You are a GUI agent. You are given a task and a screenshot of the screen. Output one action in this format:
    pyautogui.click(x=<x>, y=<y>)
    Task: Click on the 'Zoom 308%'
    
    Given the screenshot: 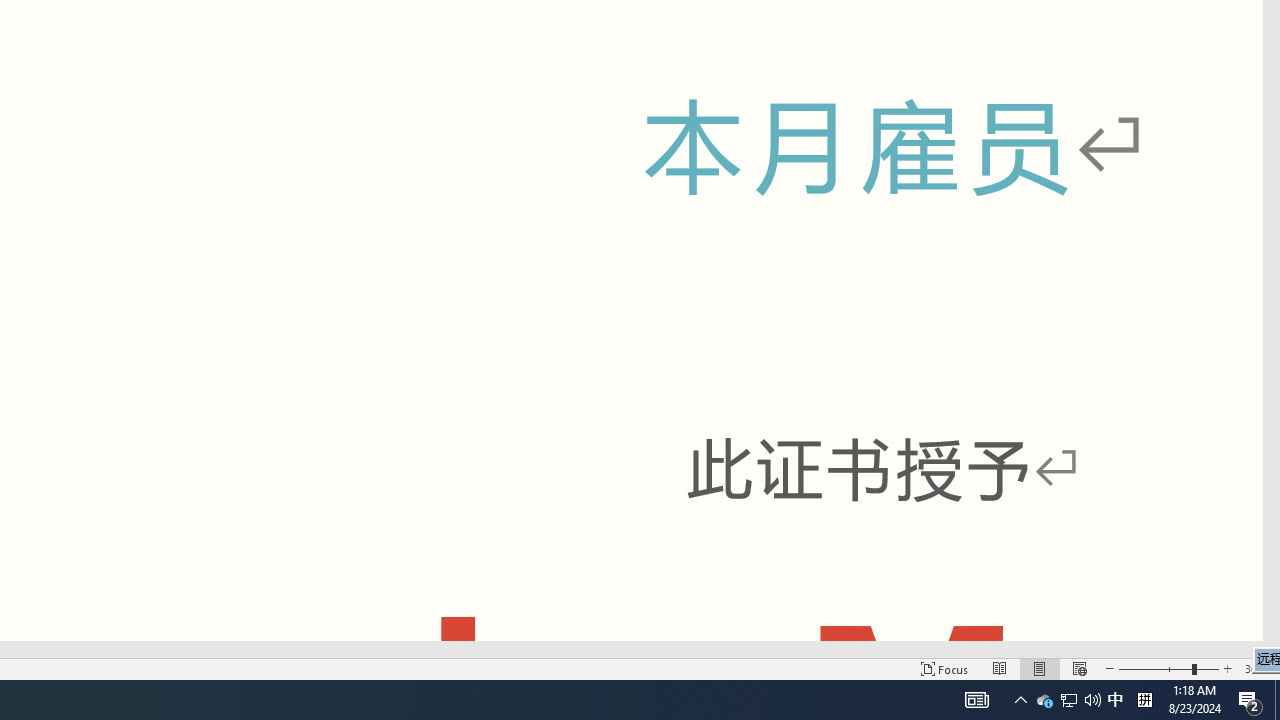 What is the action you would take?
    pyautogui.click(x=1257, y=669)
    